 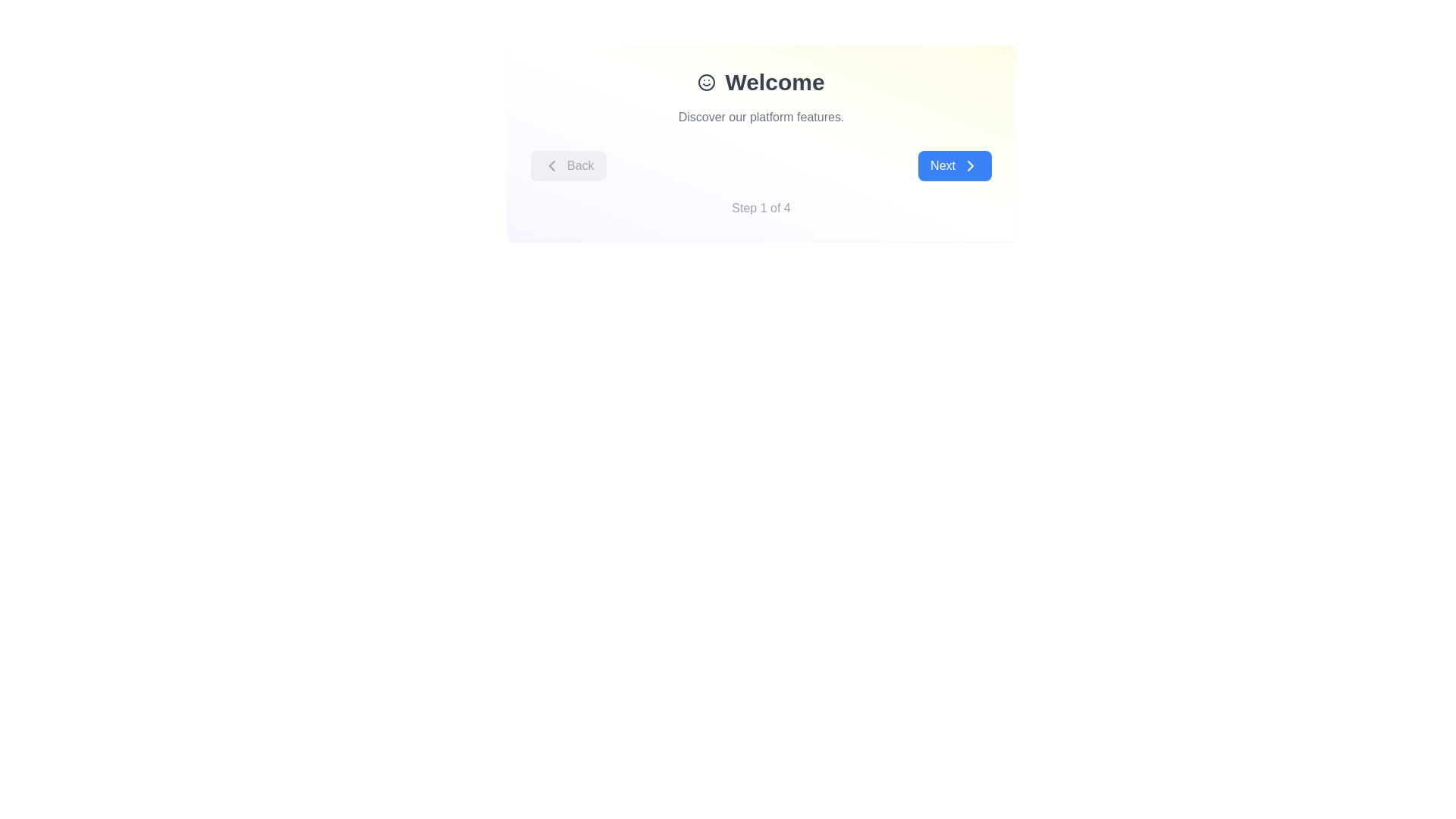 I want to click on the blue 'Next' button with rounded corners that features a right-facing arrow icon and a white text label, so click(x=954, y=166).